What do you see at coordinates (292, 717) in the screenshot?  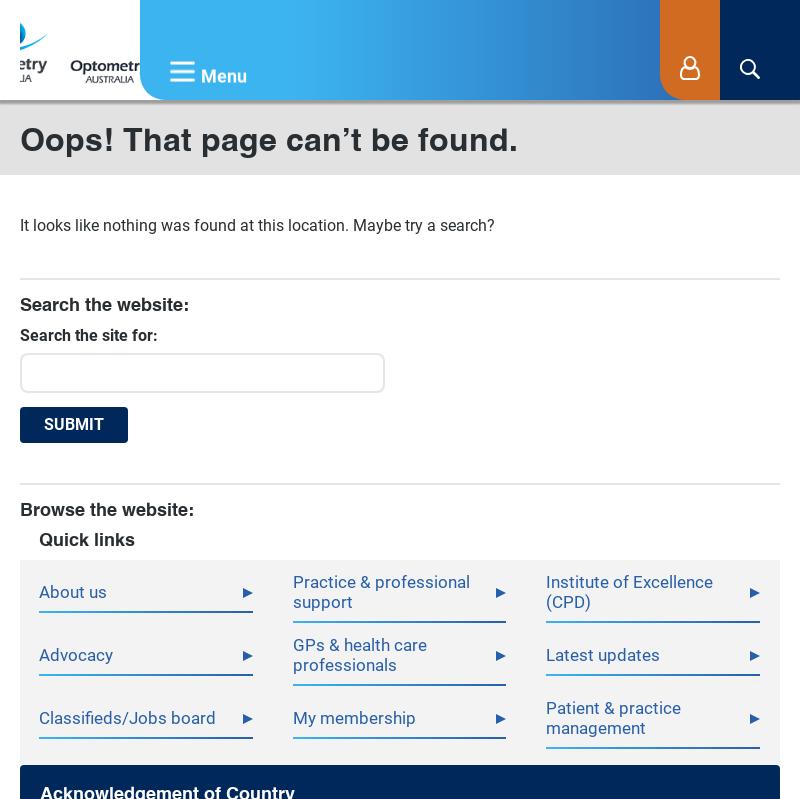 I see `'My membership'` at bounding box center [292, 717].